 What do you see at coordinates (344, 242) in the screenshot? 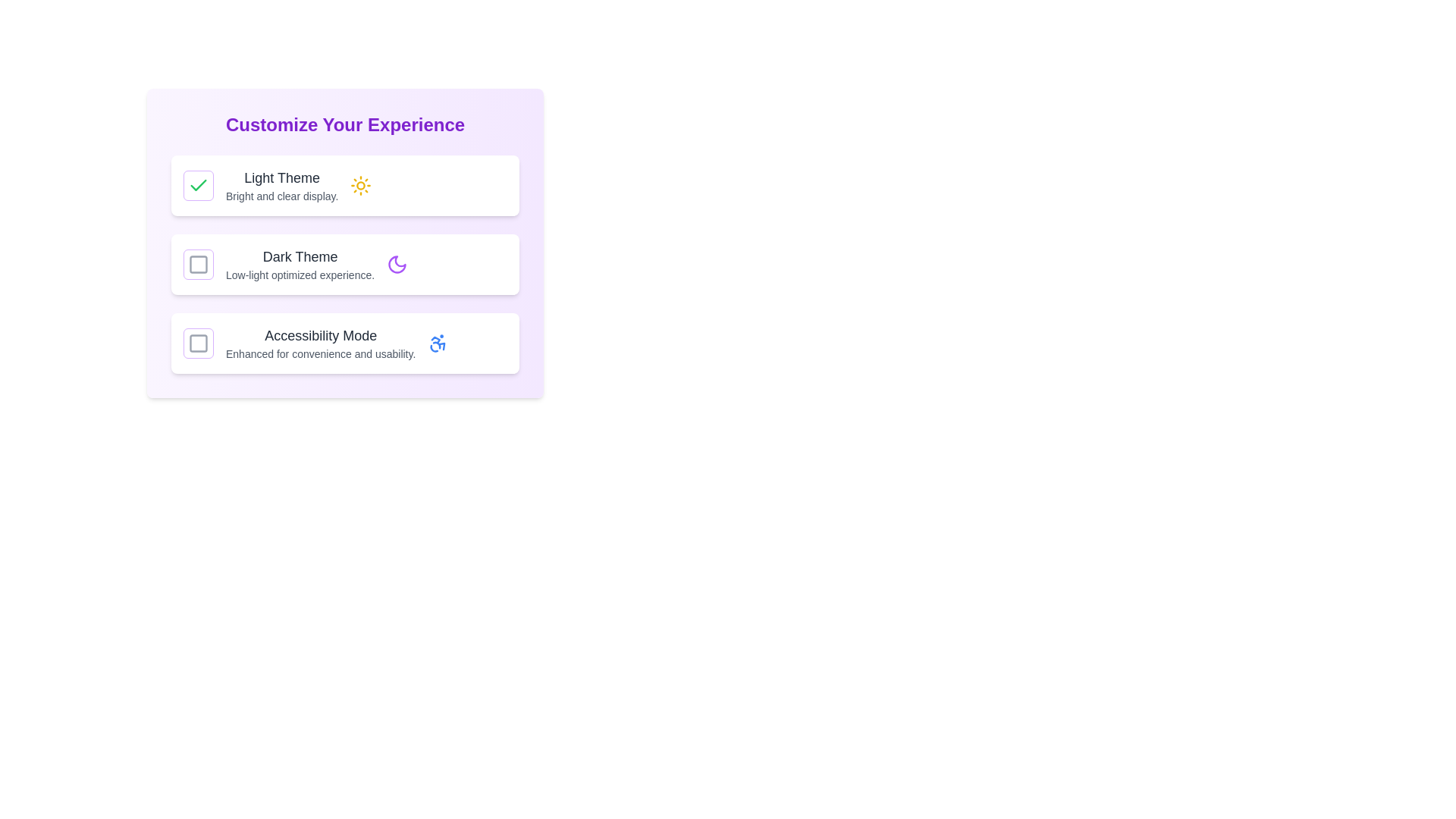
I see `the checkbox for the 'Dark Theme' option` at bounding box center [344, 242].